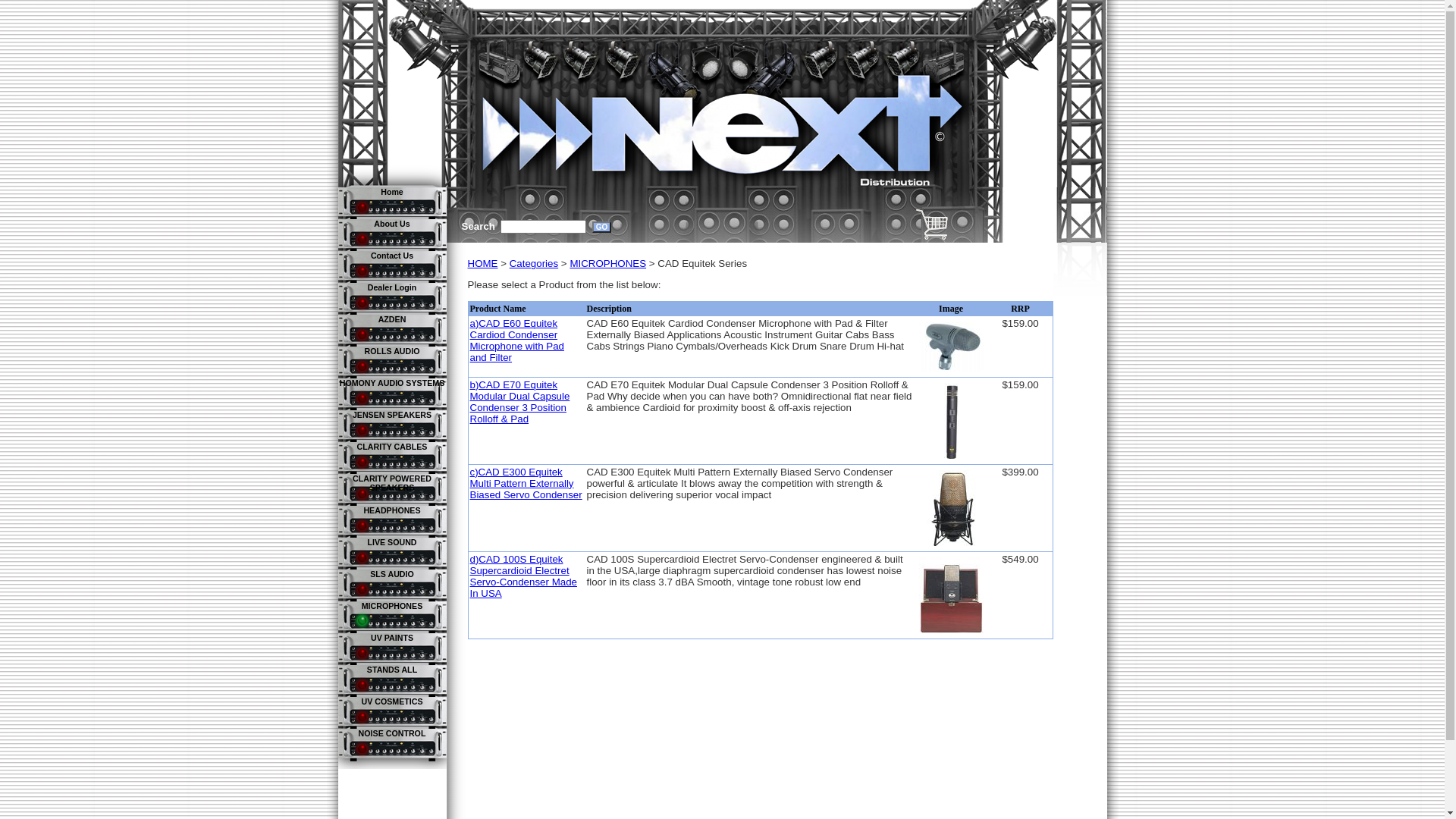 This screenshot has height=819, width=1456. Describe the element at coordinates (371, 637) in the screenshot. I see `'UV PAINTS'` at that location.